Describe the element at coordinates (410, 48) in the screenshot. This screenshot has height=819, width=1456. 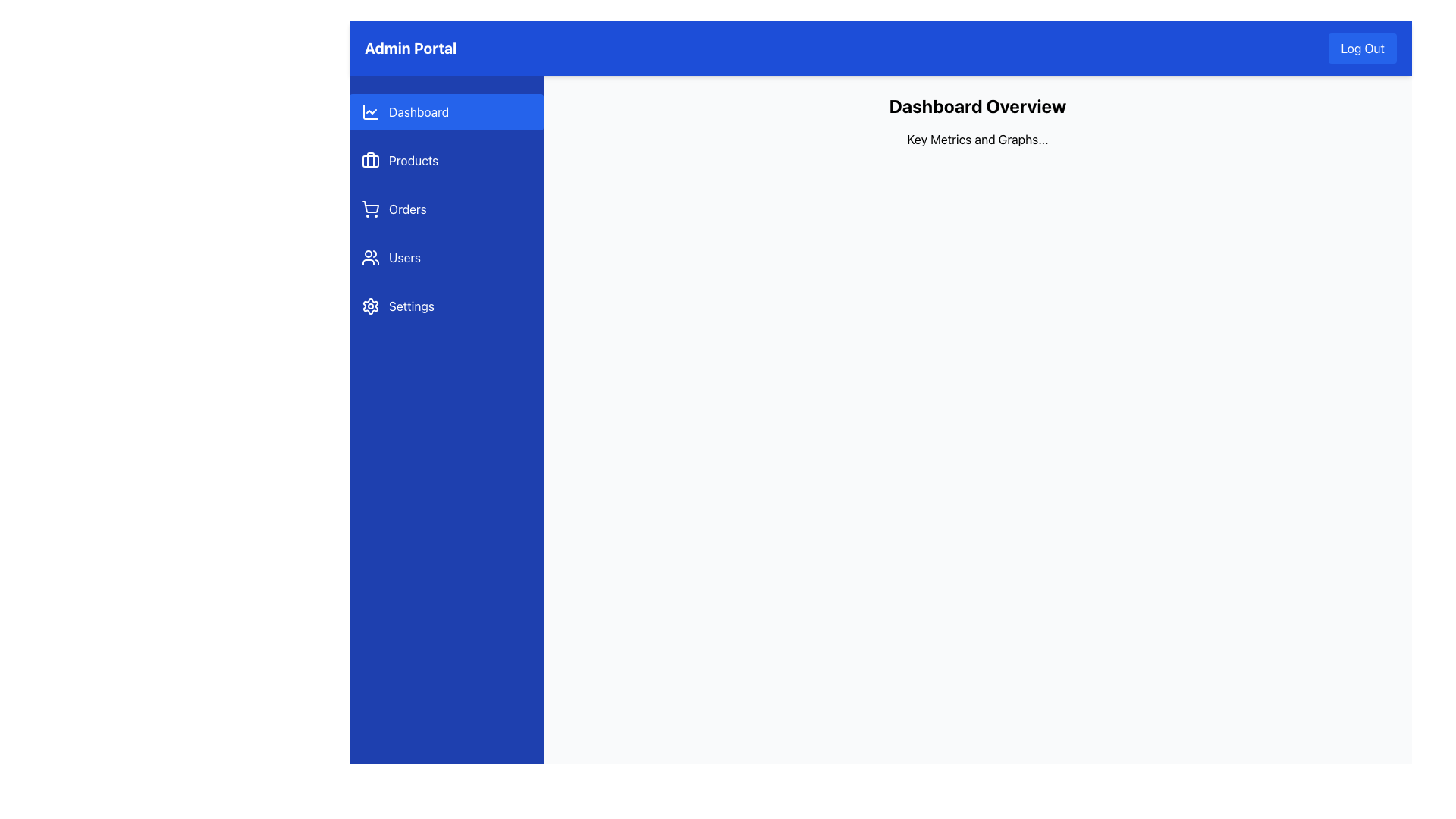
I see `the Text Label that serves as the title or branding label for the application interface, located near the top-left of the header area` at that location.